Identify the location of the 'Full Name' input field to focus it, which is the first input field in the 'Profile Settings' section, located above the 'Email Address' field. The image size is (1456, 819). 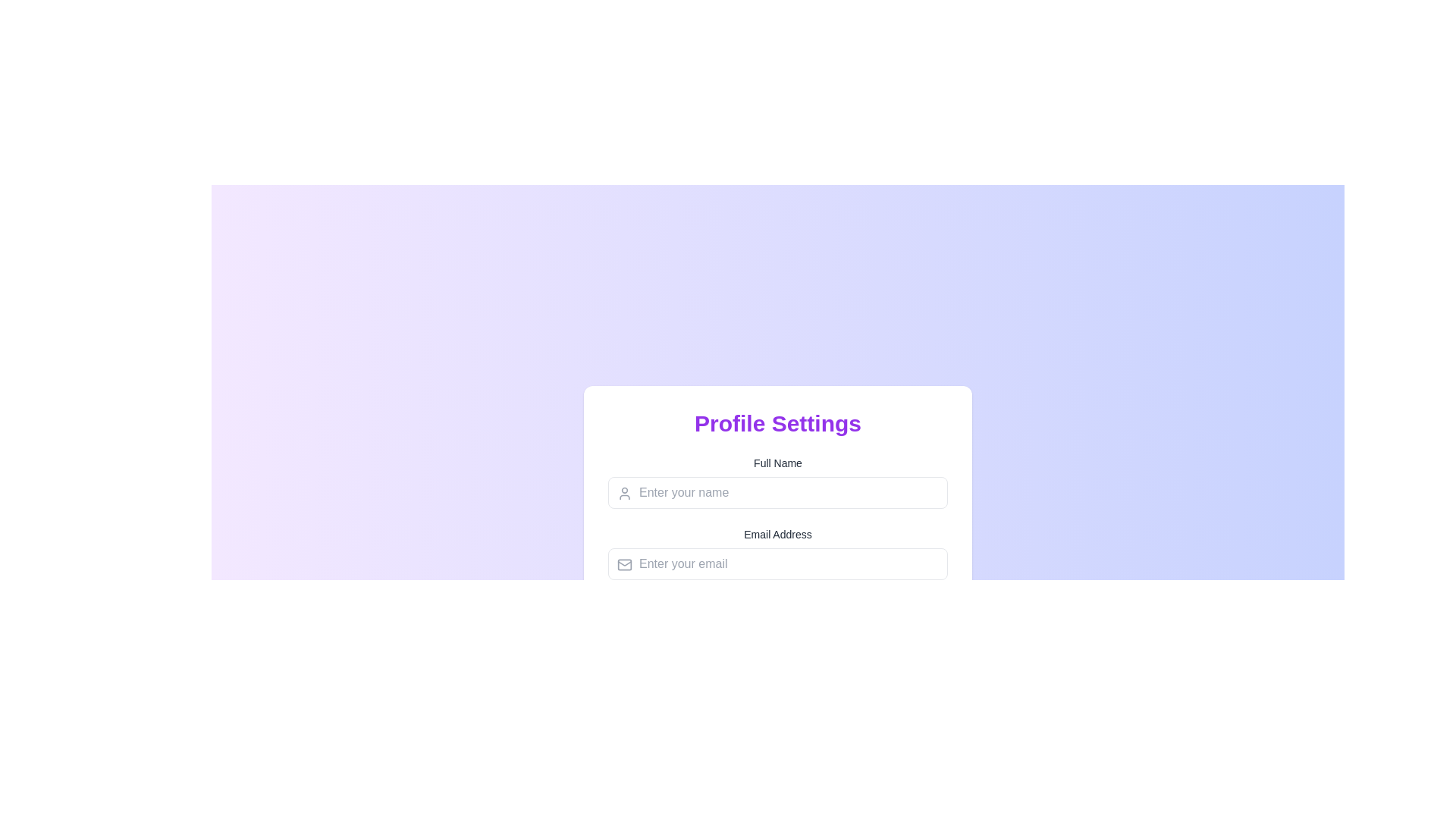
(778, 482).